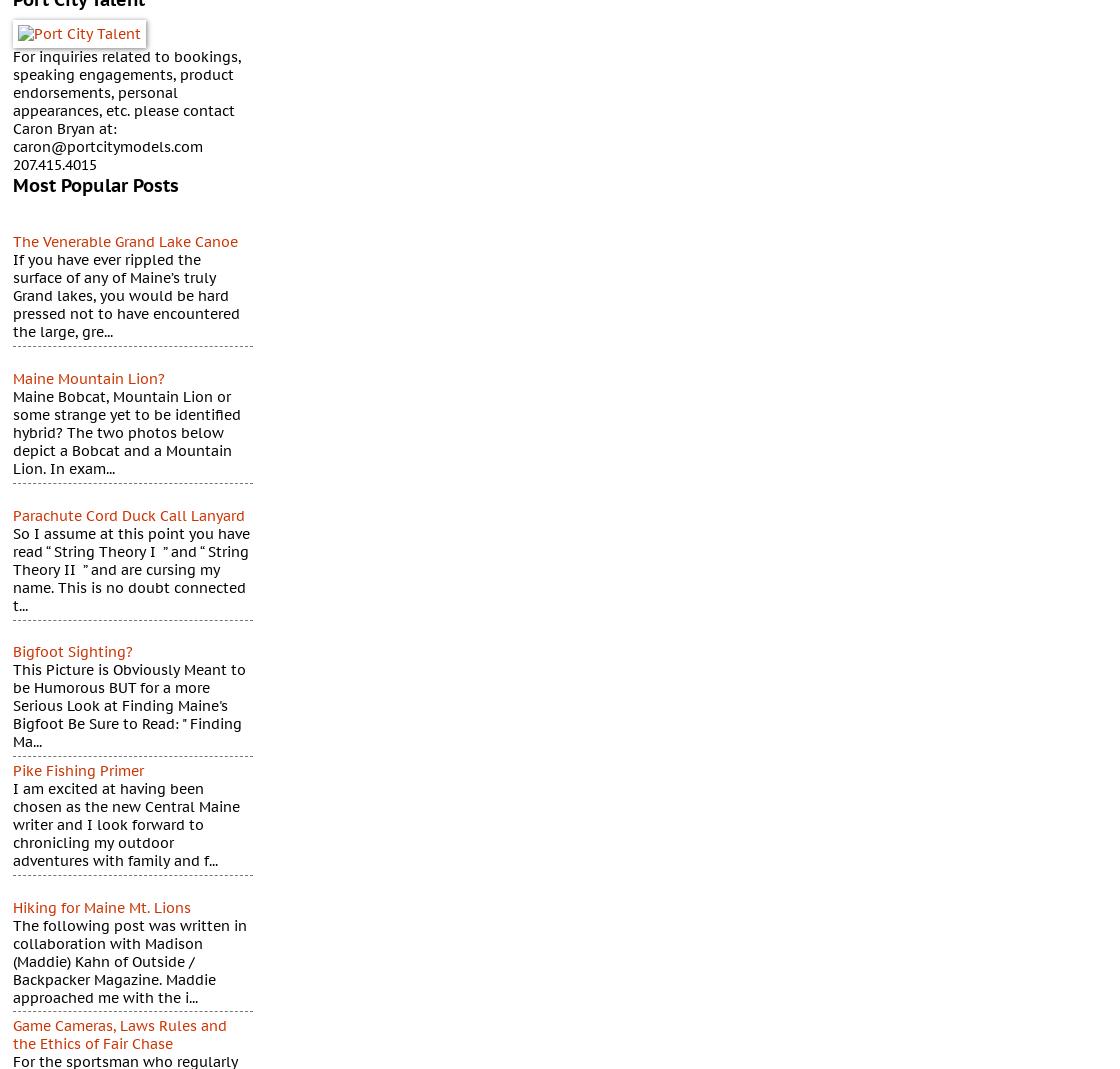  I want to click on 'Maine Bobcat, Mountain Lion or some strange yet to be identified hybrid? The two photos below depict a Bobcat and a Mountain Lion. In exam...', so click(12, 432).